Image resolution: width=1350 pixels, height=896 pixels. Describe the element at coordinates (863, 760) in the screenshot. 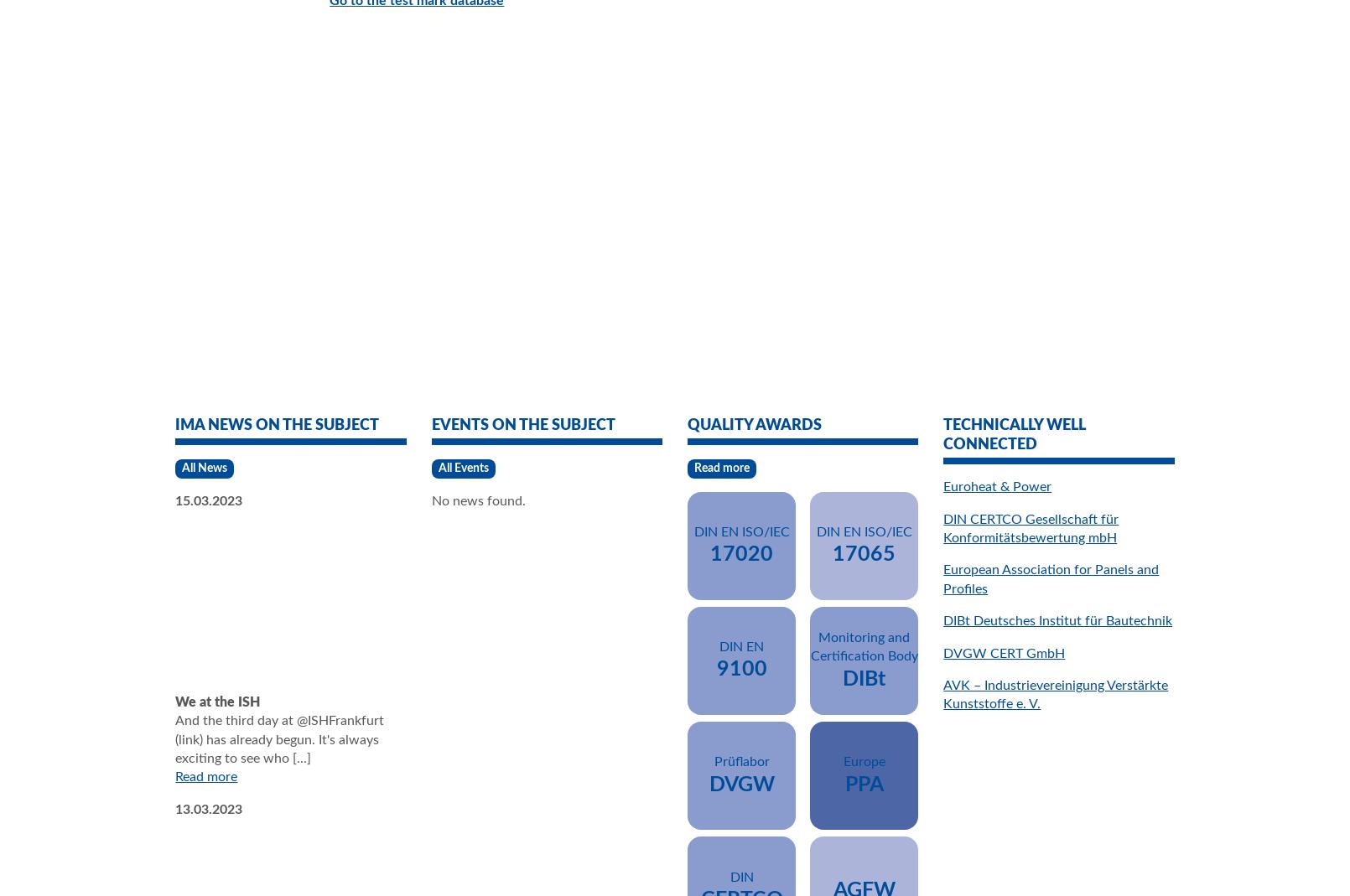

I see `'Europe'` at that location.